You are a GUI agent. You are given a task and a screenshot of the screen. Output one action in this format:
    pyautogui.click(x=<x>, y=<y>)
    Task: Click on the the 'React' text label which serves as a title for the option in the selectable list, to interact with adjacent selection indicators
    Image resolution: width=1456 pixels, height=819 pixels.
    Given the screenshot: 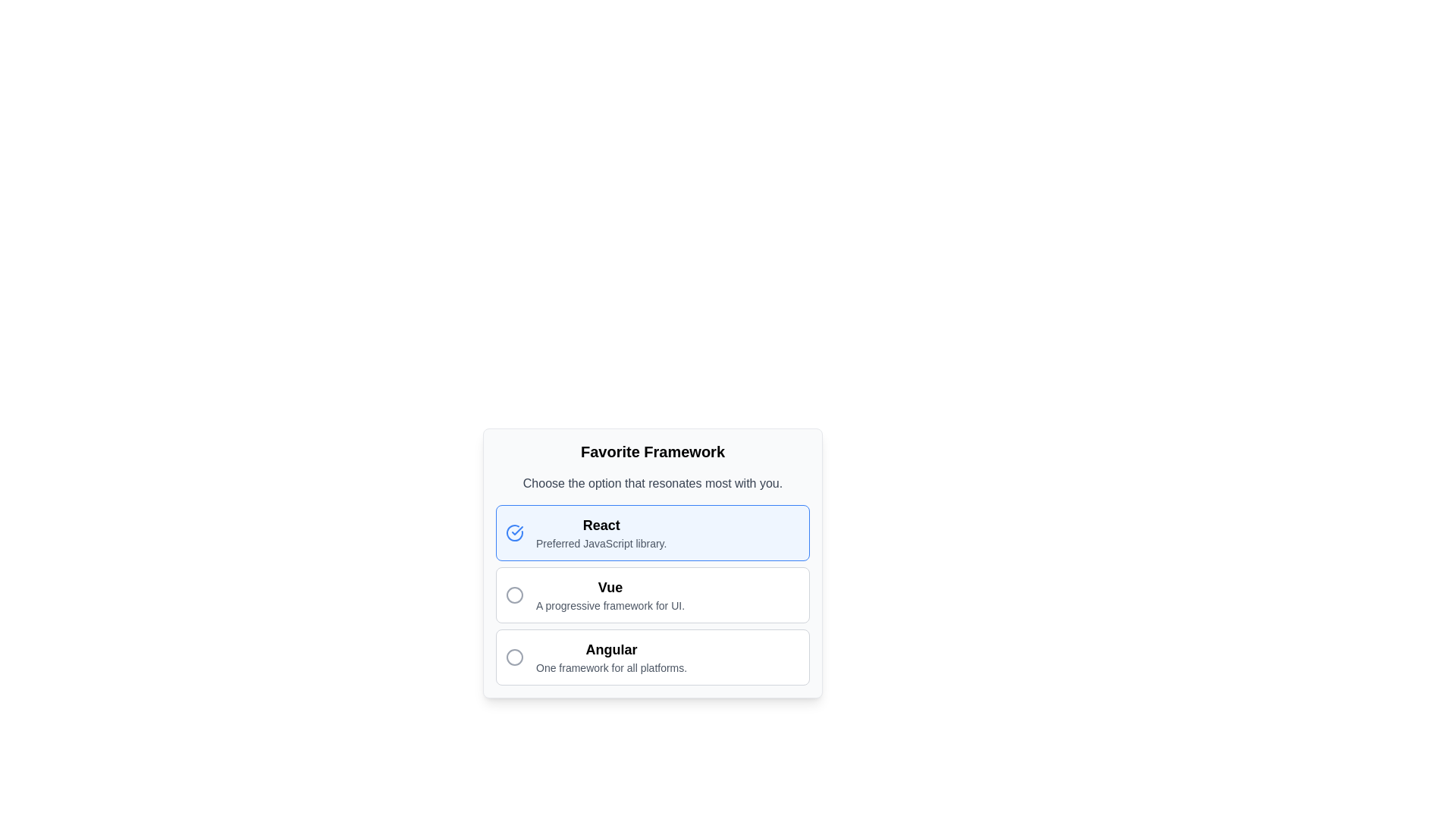 What is the action you would take?
    pyautogui.click(x=600, y=525)
    